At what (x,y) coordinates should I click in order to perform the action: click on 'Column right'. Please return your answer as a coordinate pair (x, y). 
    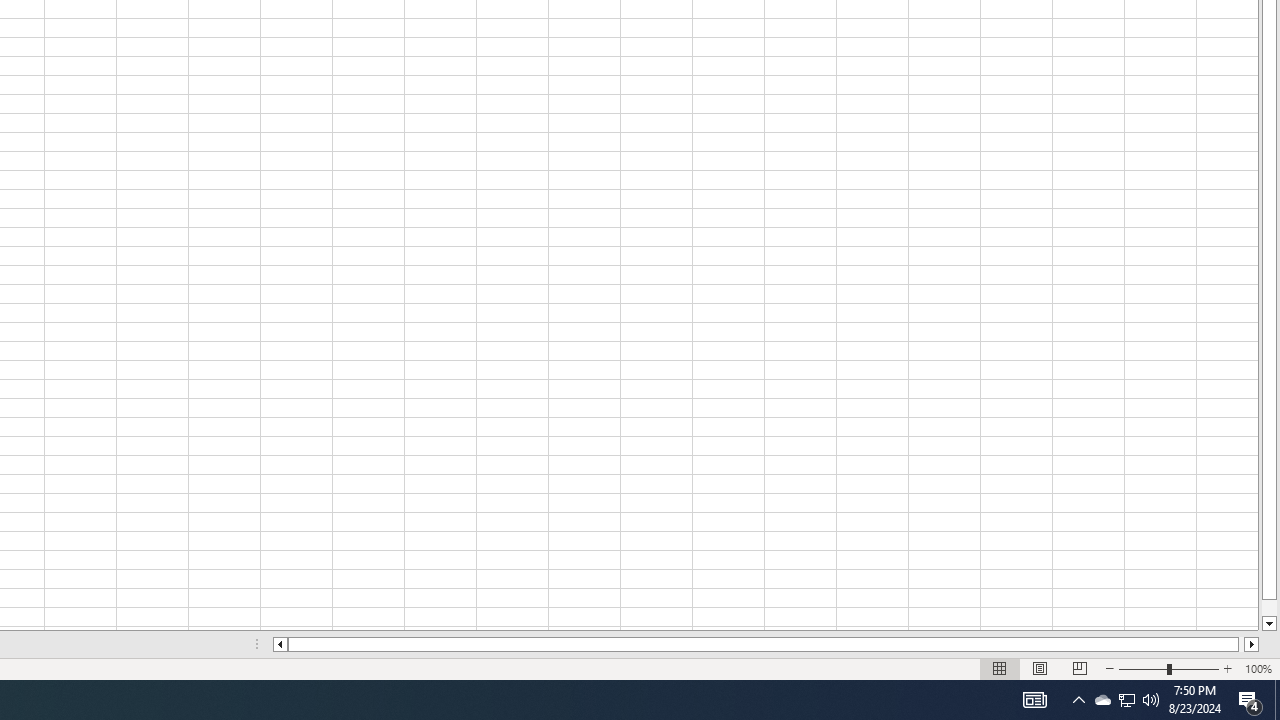
    Looking at the image, I should click on (1251, 644).